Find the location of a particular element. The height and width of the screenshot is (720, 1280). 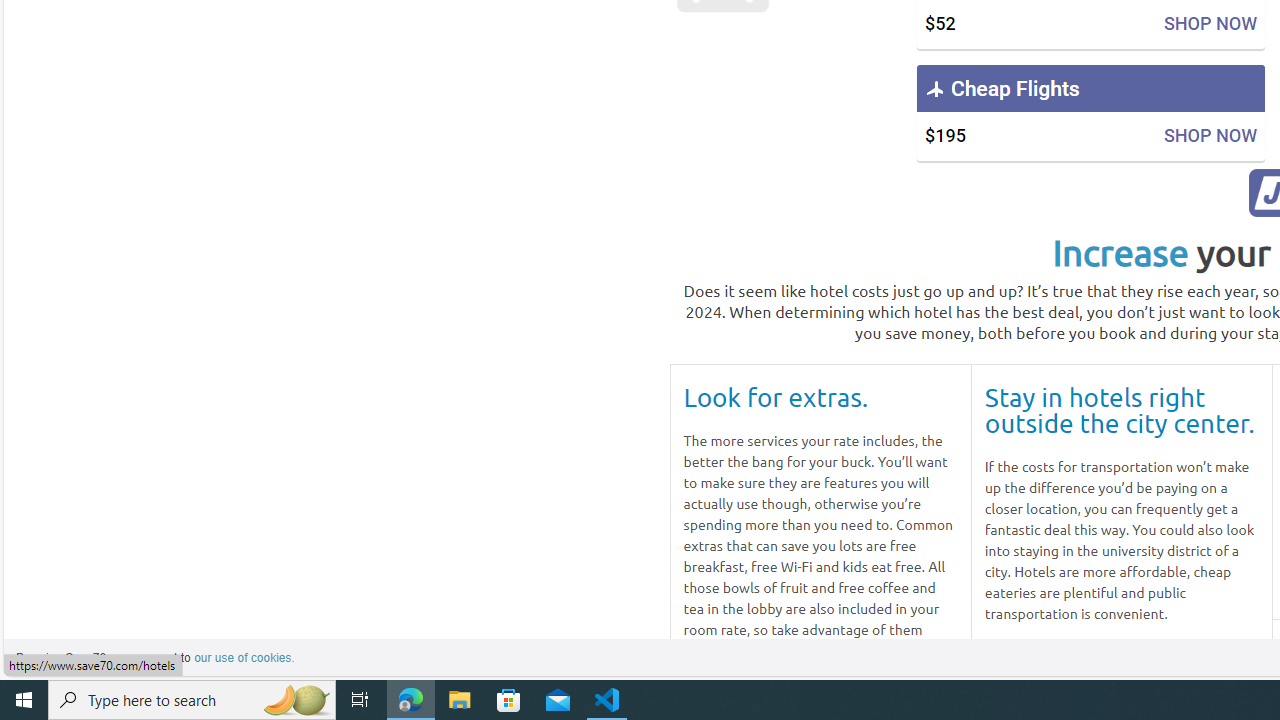

'learn more about cookies' is located at coordinates (243, 657).